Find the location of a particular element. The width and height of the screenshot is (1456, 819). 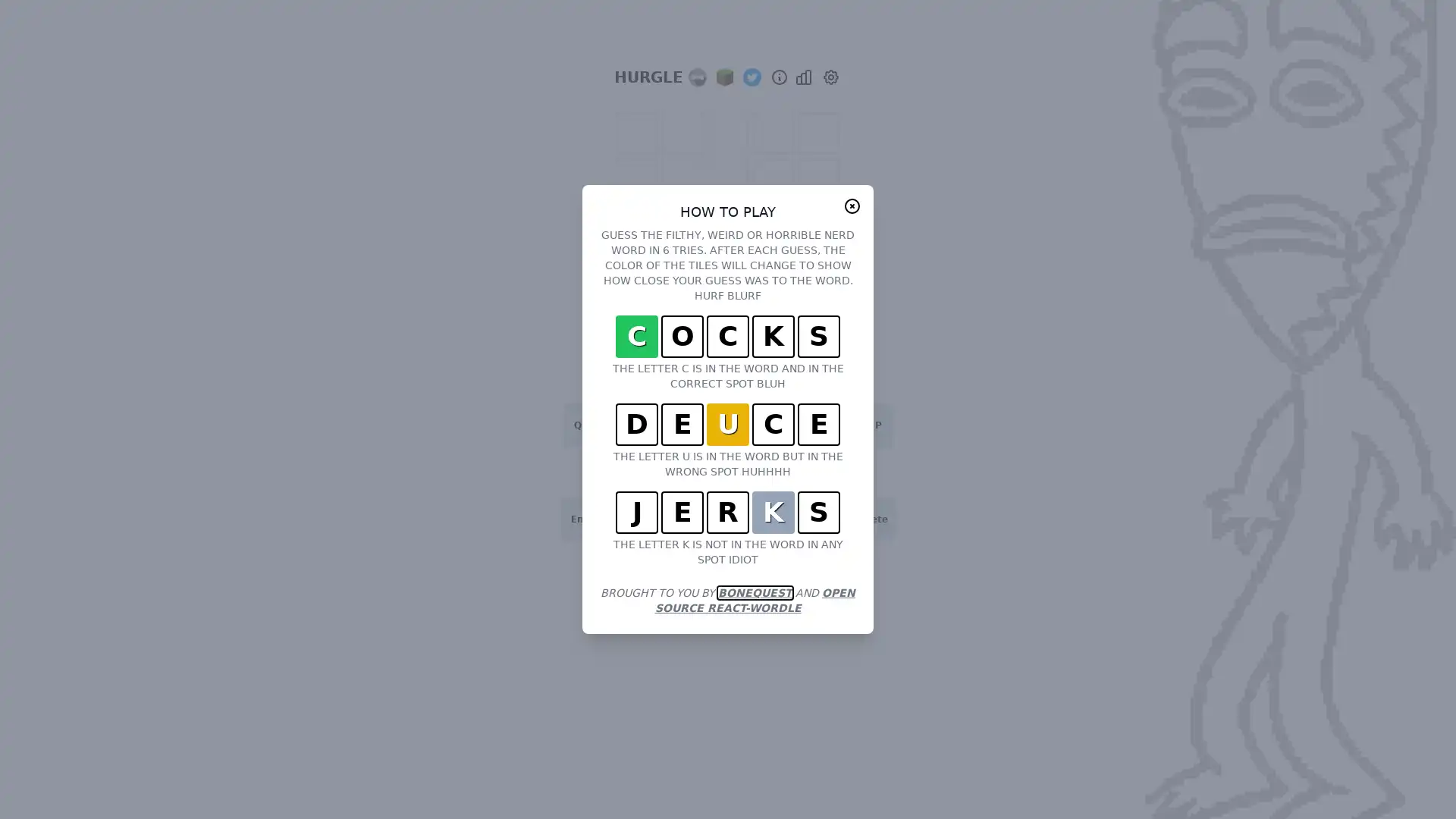

D is located at coordinates (661, 472).